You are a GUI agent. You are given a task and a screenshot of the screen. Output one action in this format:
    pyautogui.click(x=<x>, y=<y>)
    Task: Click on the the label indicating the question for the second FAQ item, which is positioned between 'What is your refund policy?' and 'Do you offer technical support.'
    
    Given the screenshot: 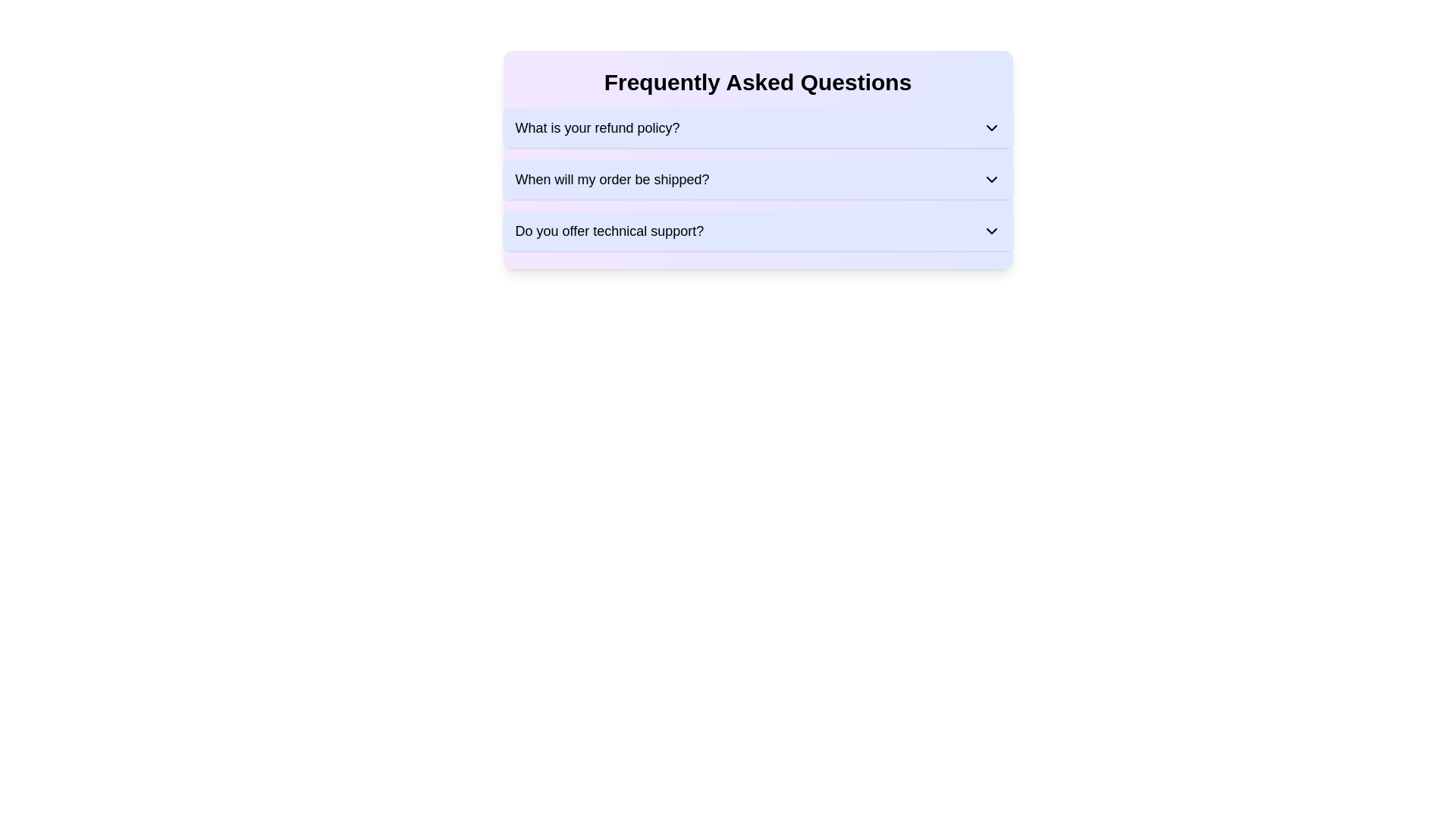 What is the action you would take?
    pyautogui.click(x=612, y=178)
    